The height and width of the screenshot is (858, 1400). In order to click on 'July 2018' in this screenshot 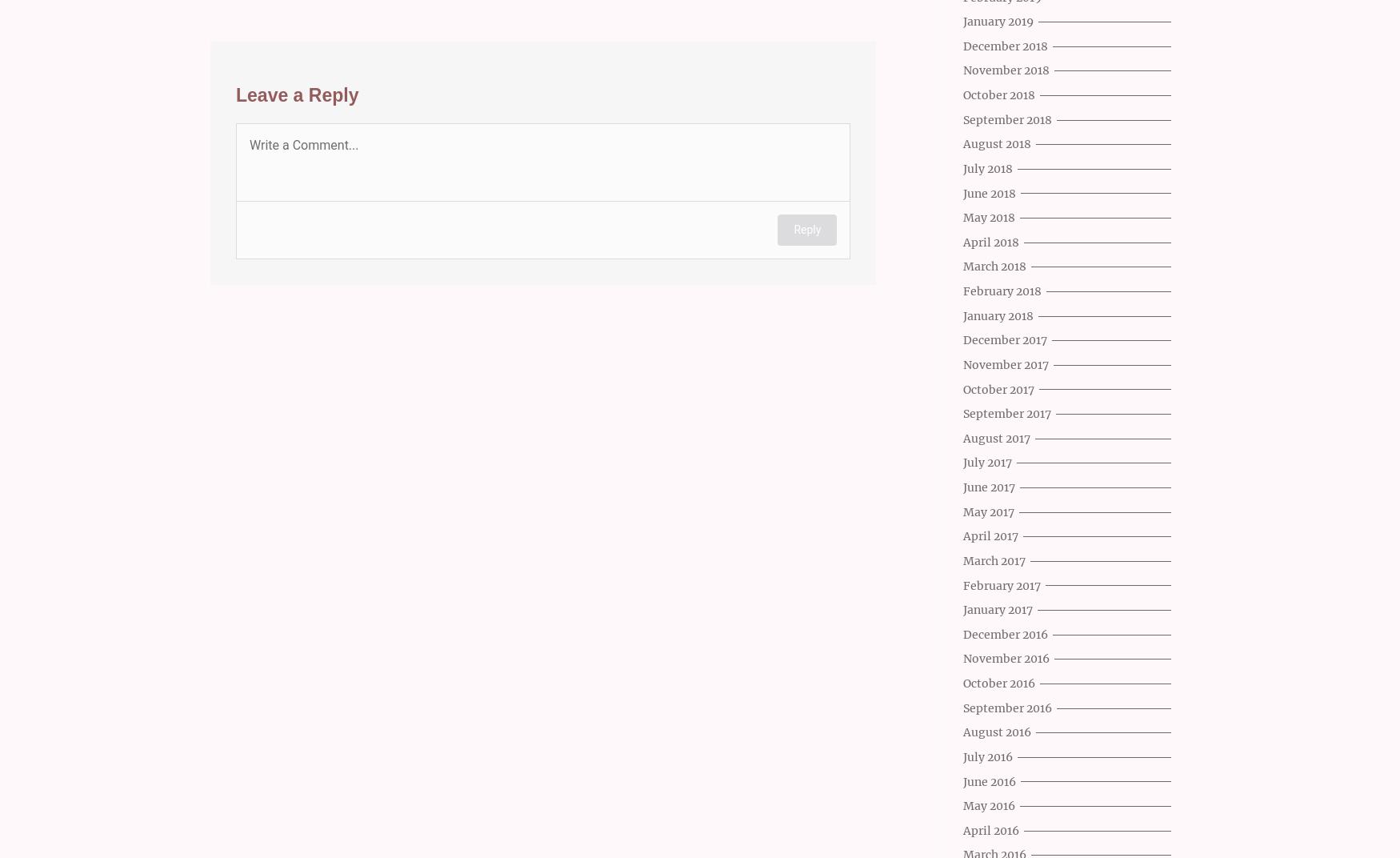, I will do `click(987, 168)`.